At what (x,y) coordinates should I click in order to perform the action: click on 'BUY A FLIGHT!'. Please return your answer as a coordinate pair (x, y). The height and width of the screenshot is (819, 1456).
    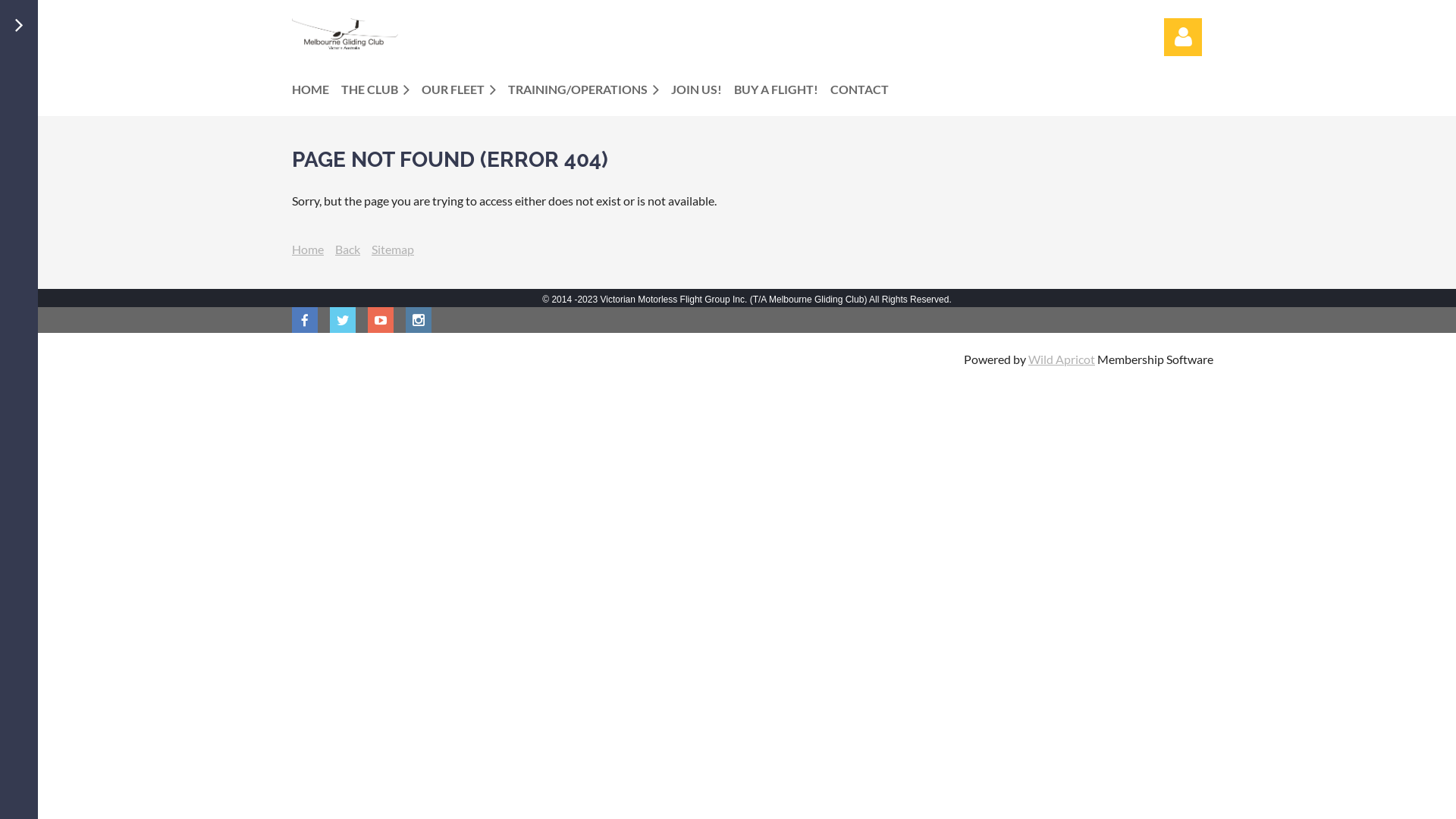
    Looking at the image, I should click on (734, 89).